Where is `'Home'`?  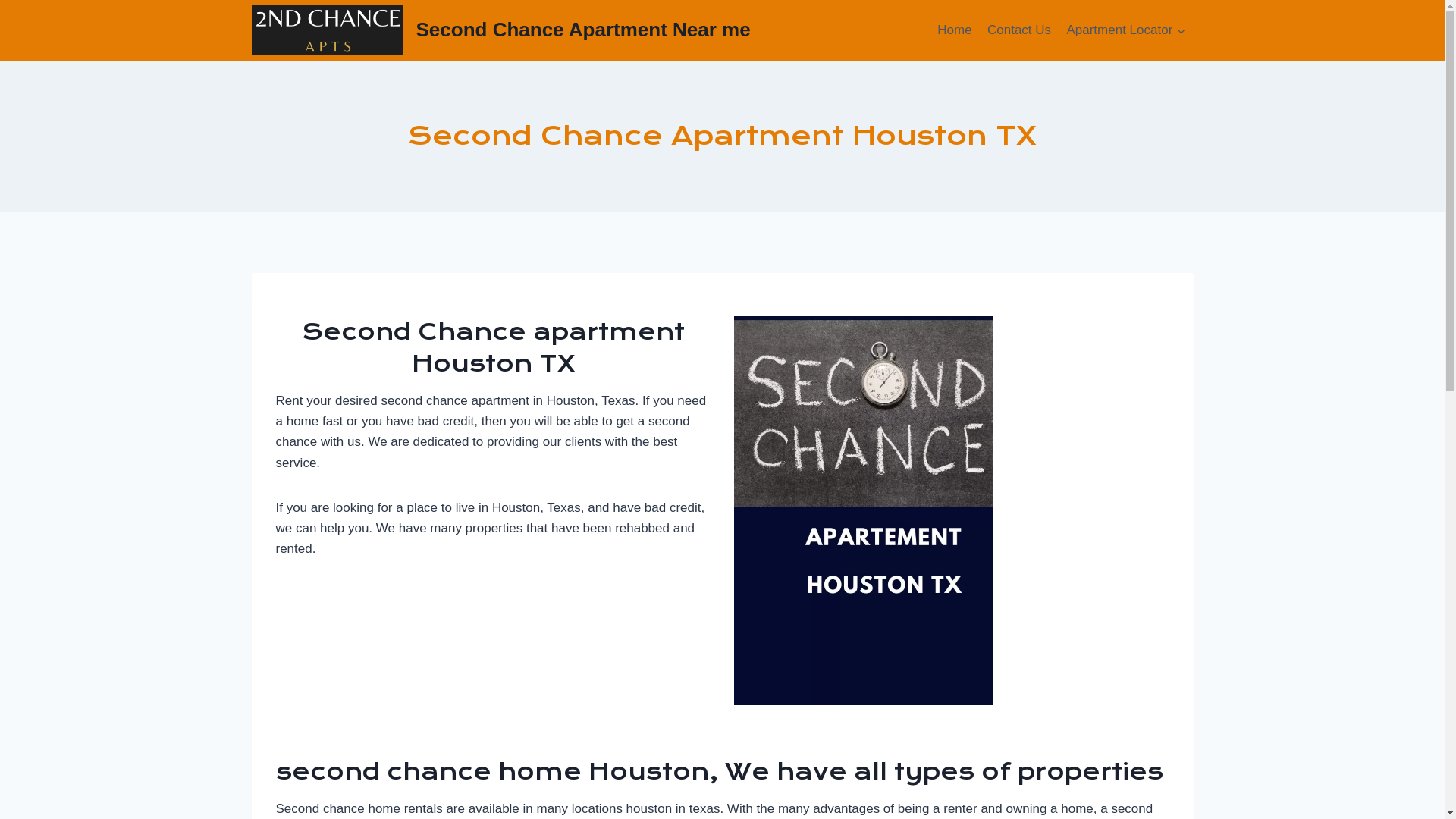 'Home' is located at coordinates (953, 30).